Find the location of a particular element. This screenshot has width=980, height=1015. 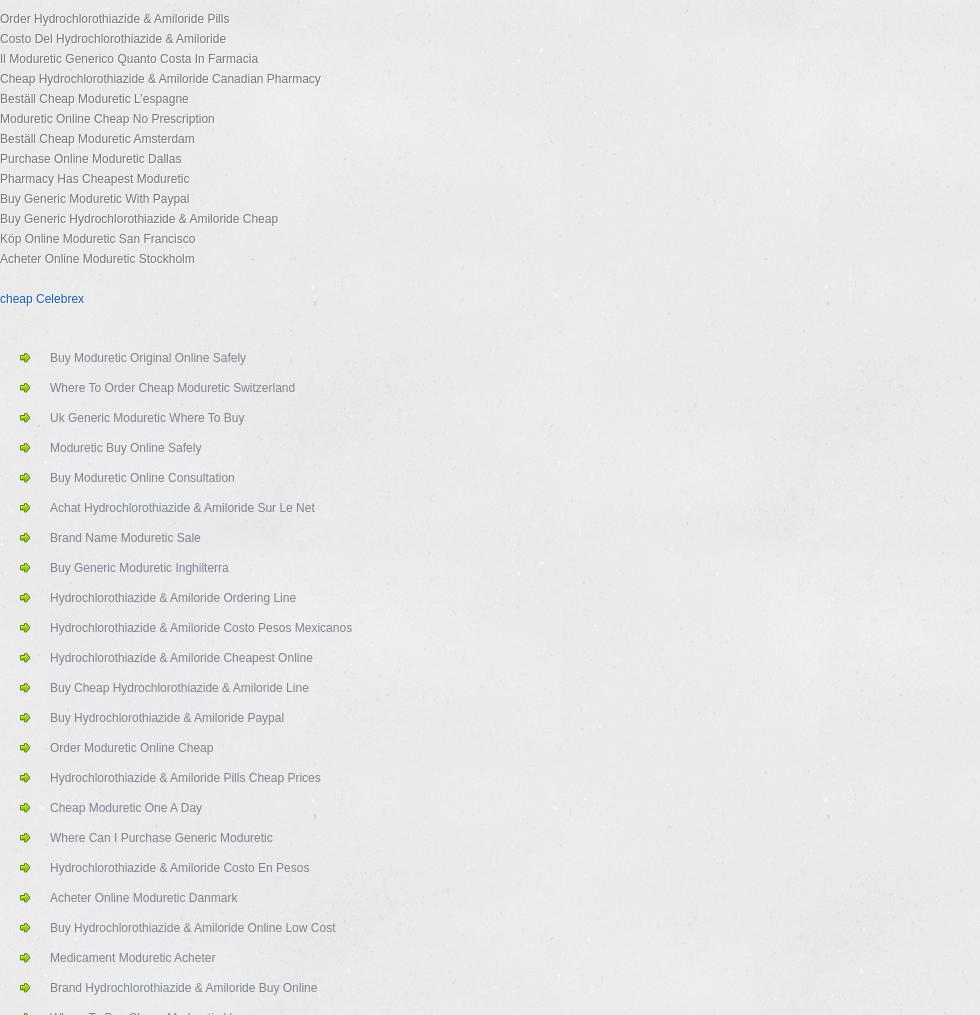

'Where Can I Purchase Generic Moduretic' is located at coordinates (161, 837).